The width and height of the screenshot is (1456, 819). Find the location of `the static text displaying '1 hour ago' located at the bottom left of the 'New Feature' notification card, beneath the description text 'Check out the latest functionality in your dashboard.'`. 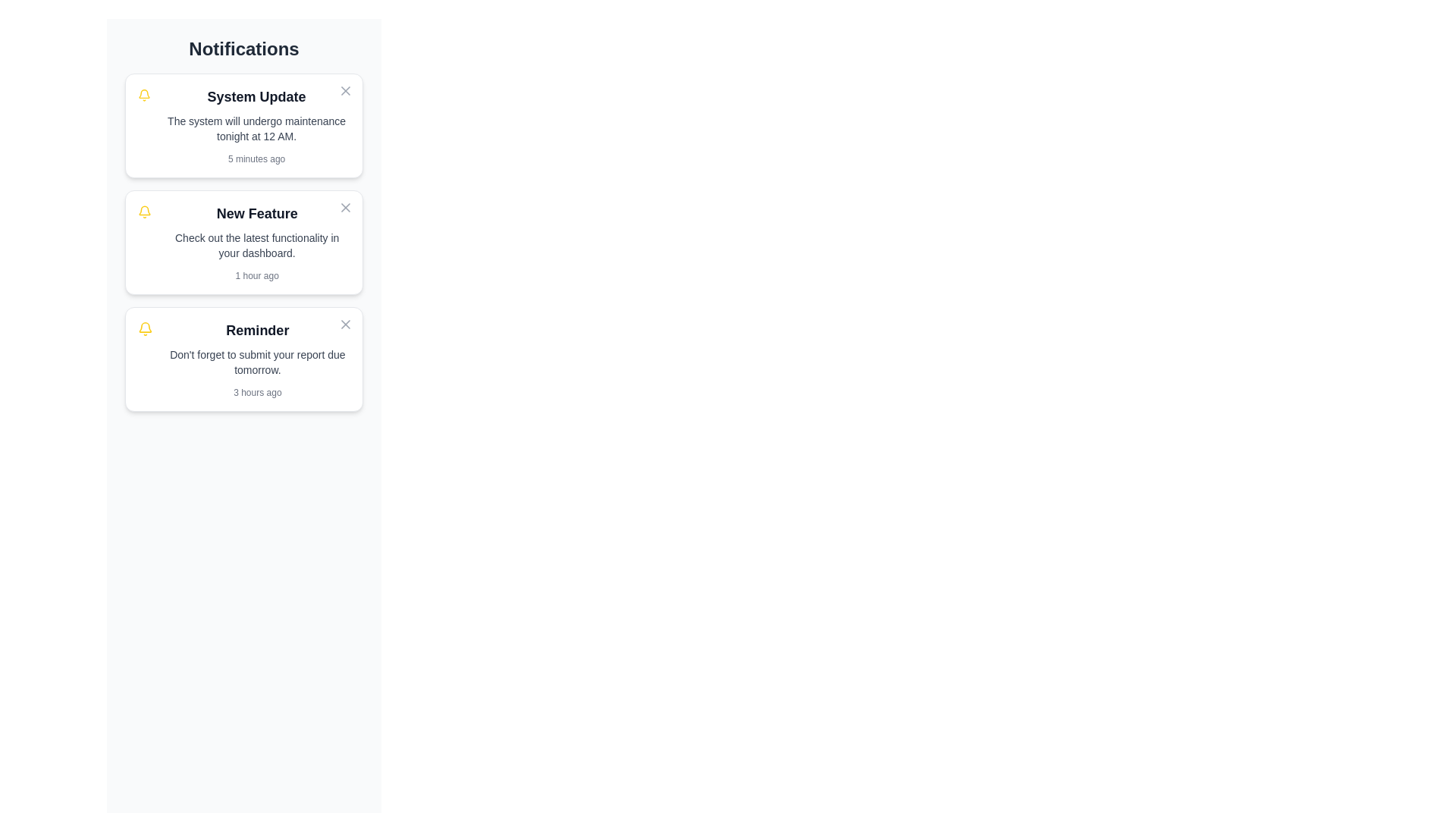

the static text displaying '1 hour ago' located at the bottom left of the 'New Feature' notification card, beneath the description text 'Check out the latest functionality in your dashboard.' is located at coordinates (257, 275).